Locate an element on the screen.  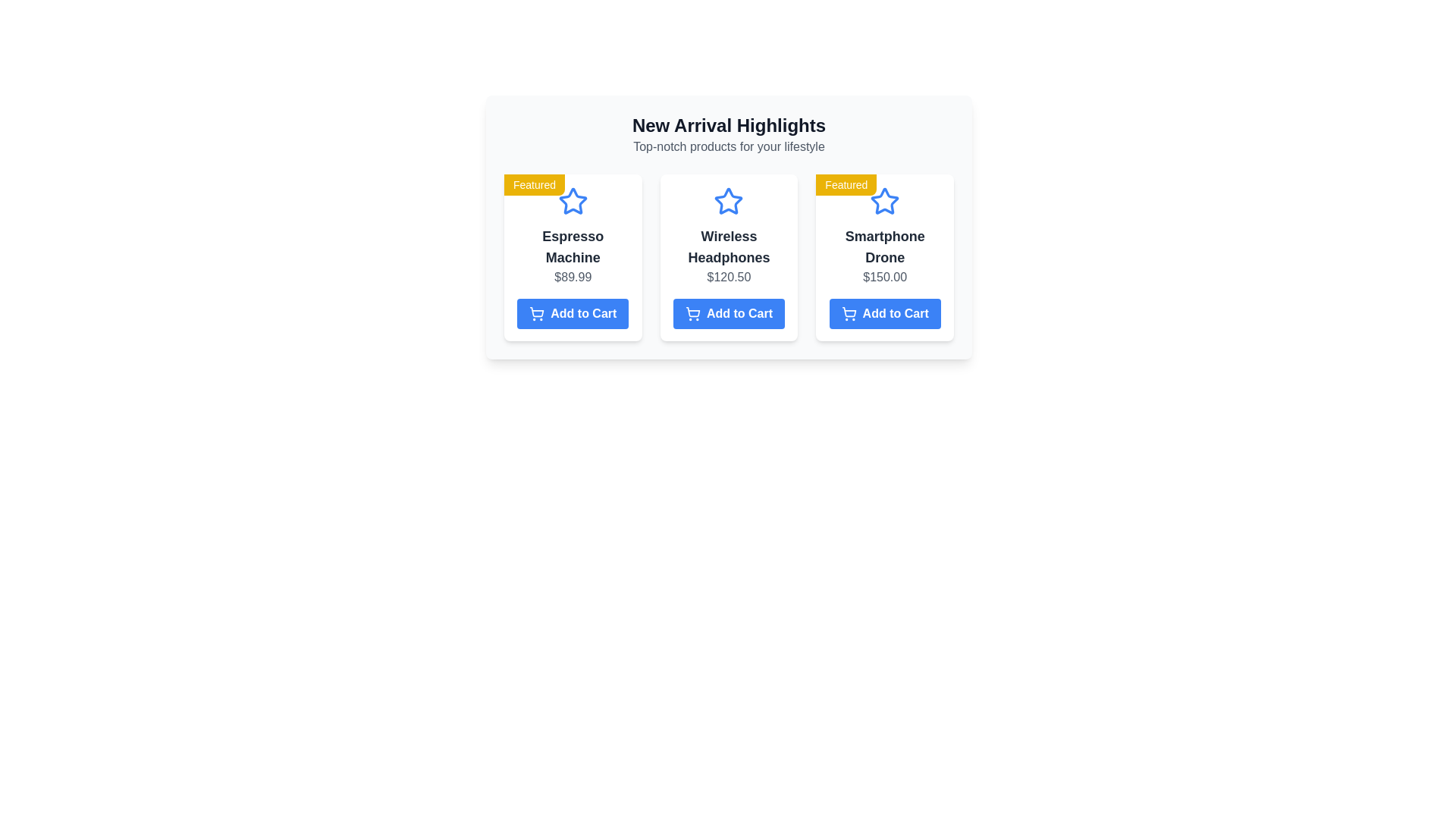
the icon that visually highlights the product card, located below the yellow 'Featured' tag and above the item's description in the first card of three visible cards is located at coordinates (572, 200).